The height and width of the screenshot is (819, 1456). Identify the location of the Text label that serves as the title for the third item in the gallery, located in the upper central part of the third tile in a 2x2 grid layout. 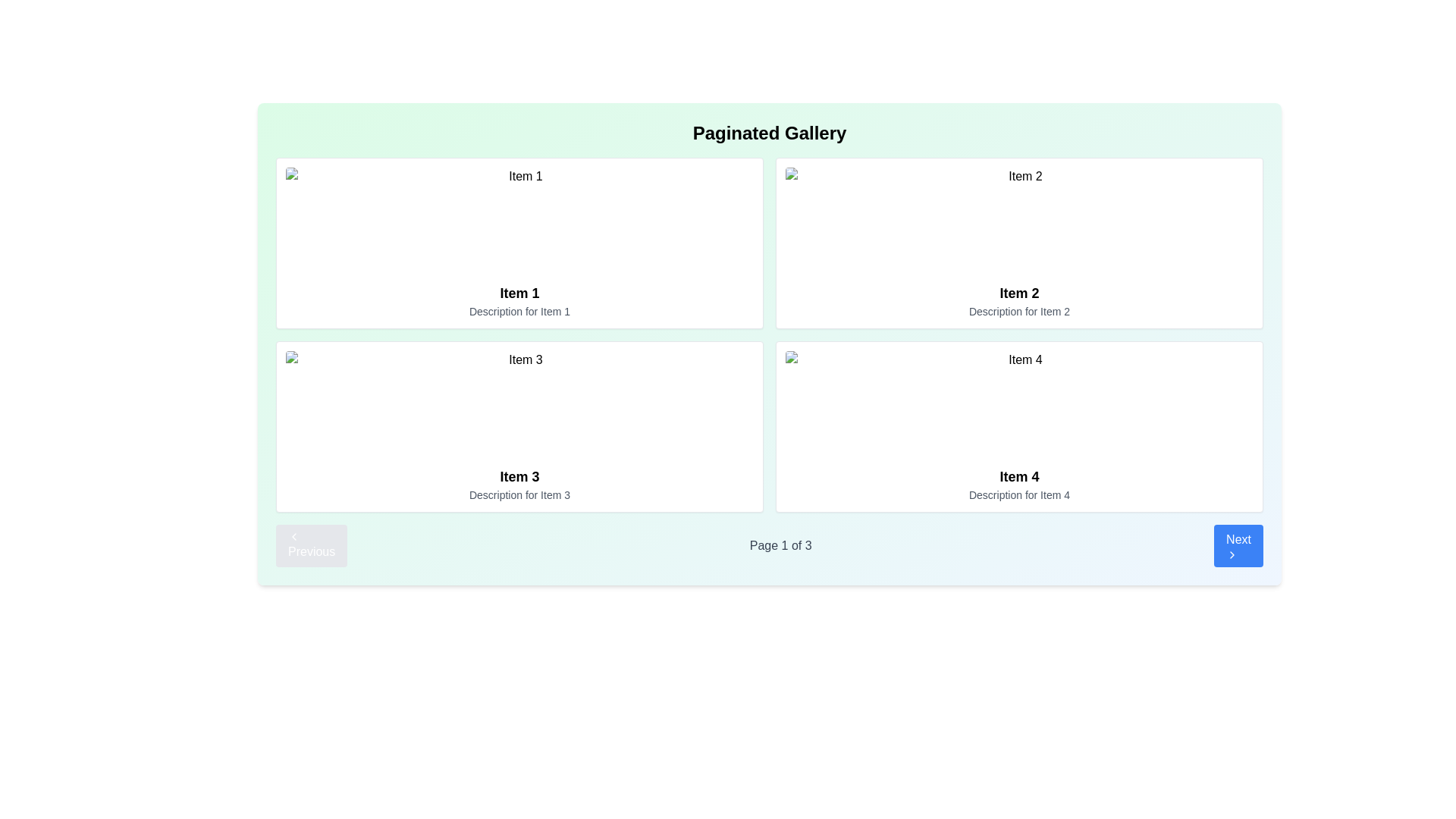
(519, 475).